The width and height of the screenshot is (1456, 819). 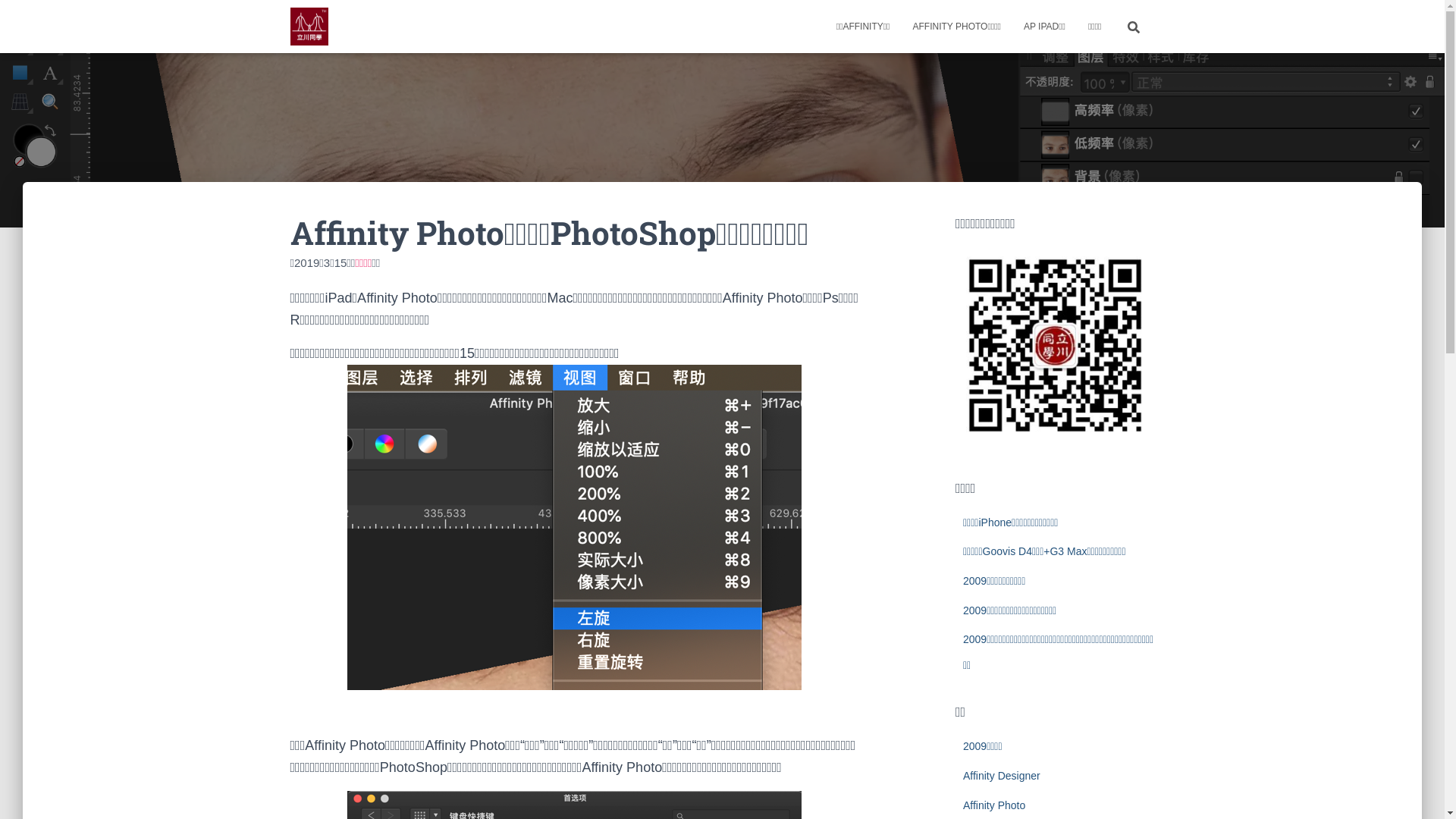 I want to click on 'Affinity Designer', so click(x=962, y=775).